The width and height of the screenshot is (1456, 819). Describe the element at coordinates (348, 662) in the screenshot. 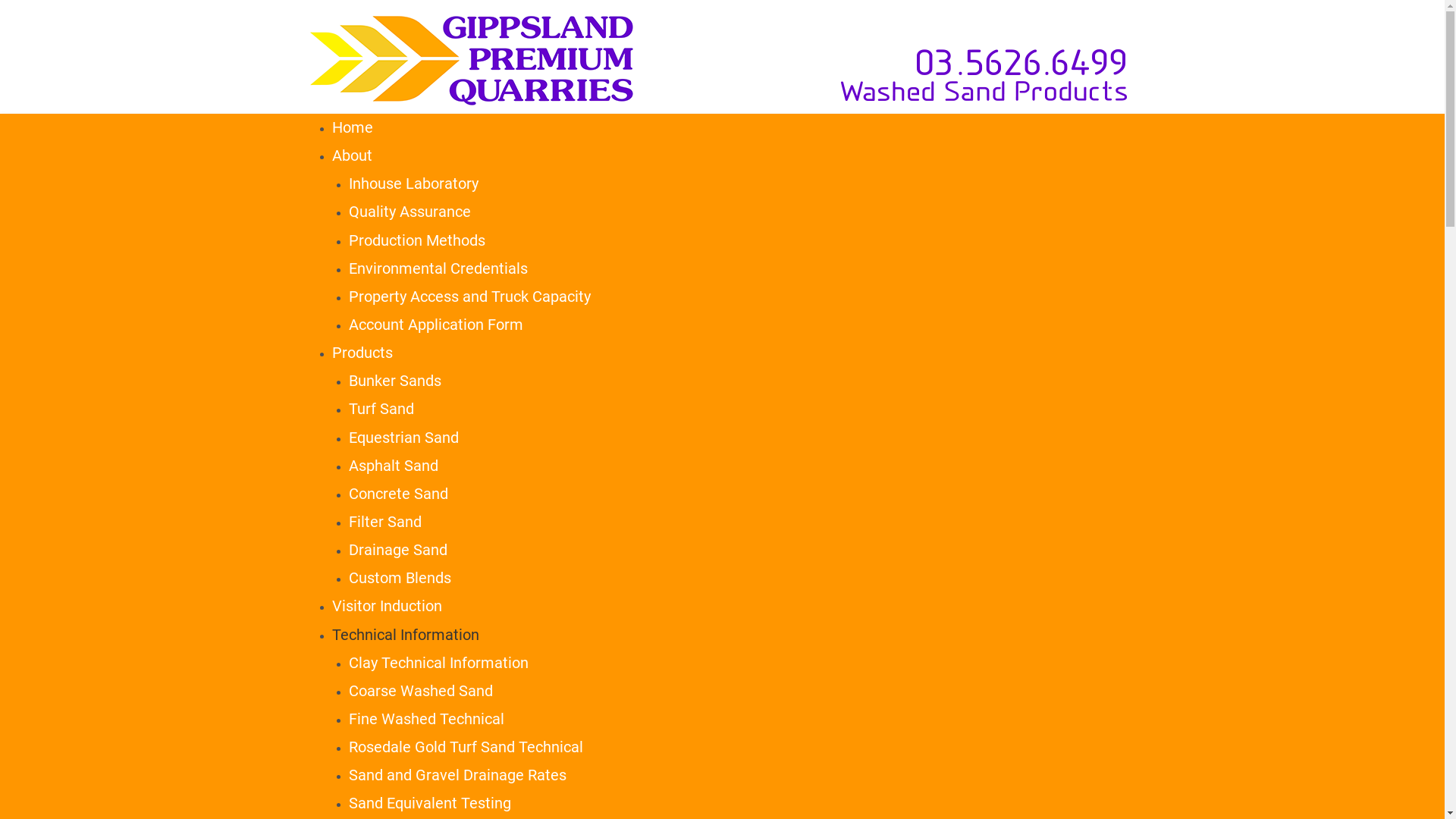

I see `'Clay Technical Information'` at that location.